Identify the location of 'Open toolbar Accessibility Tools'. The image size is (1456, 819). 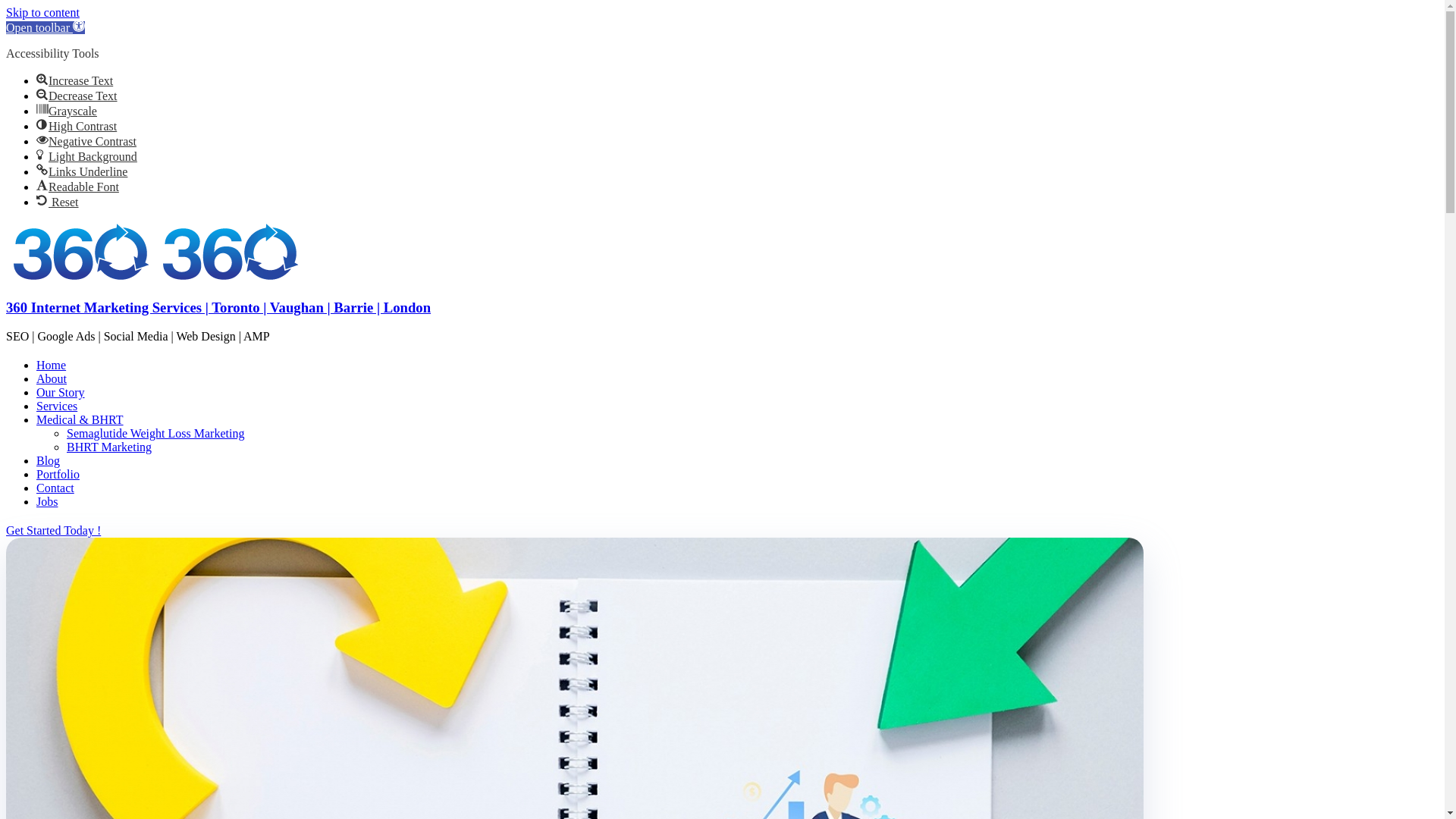
(45, 27).